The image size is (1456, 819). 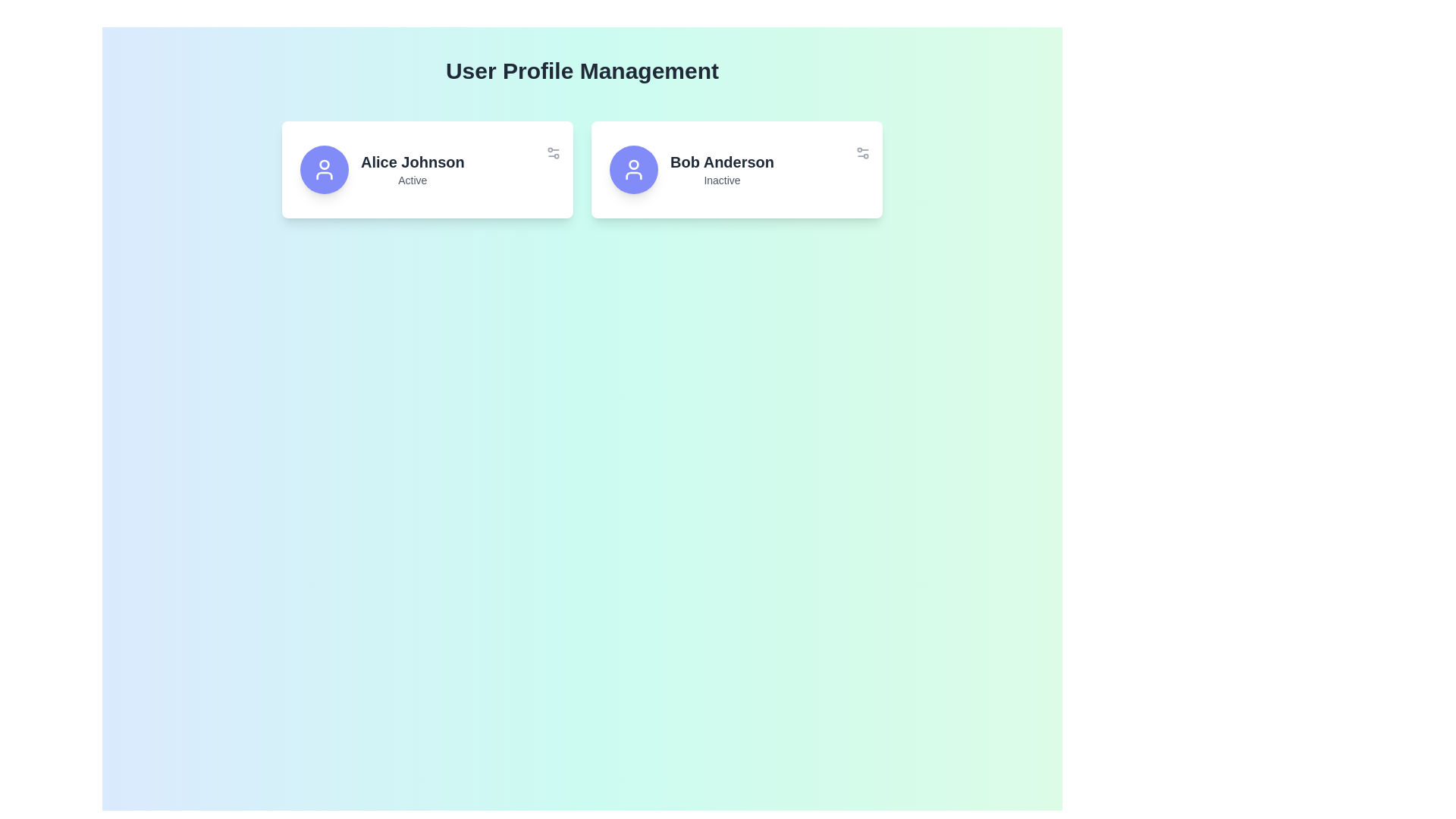 What do you see at coordinates (633, 164) in the screenshot?
I see `the SVG circle element that represents the head of the user profile for 'Bob Anderson' by moving the cursor to its center` at bounding box center [633, 164].